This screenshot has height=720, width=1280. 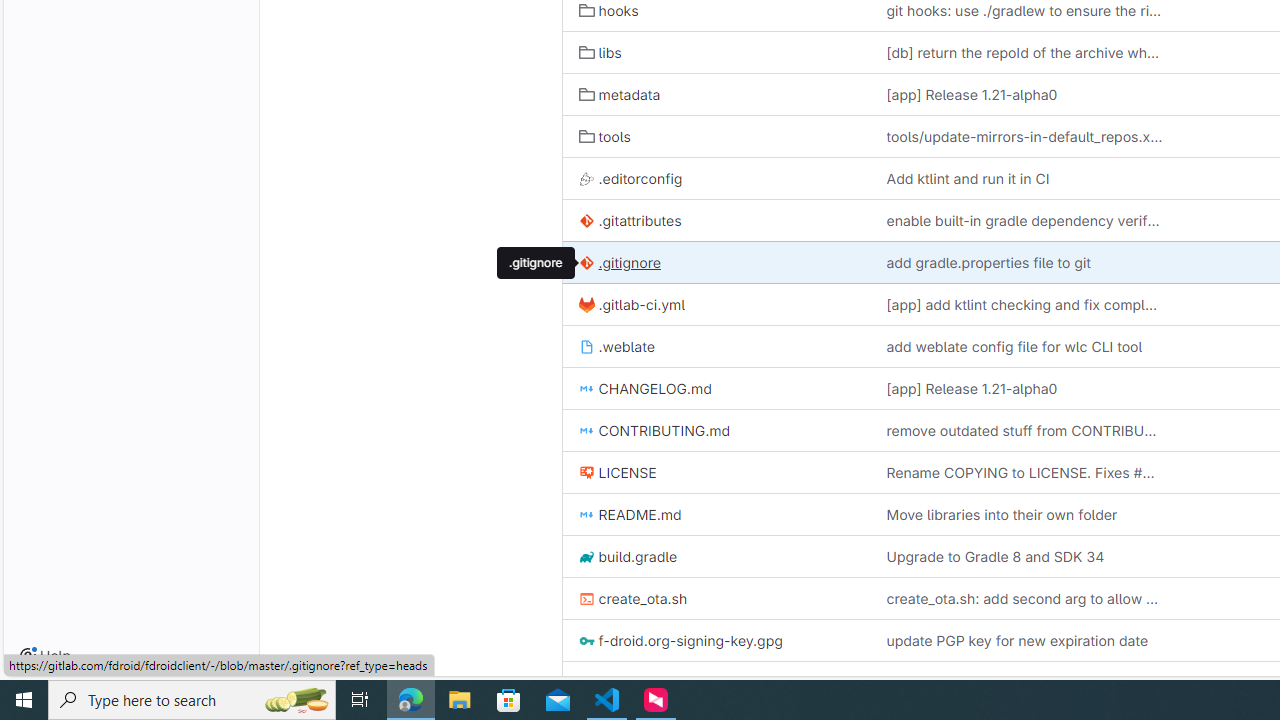 I want to click on 'remove outdated stuff from CONTRIBUTING.md', so click(x=1024, y=429).